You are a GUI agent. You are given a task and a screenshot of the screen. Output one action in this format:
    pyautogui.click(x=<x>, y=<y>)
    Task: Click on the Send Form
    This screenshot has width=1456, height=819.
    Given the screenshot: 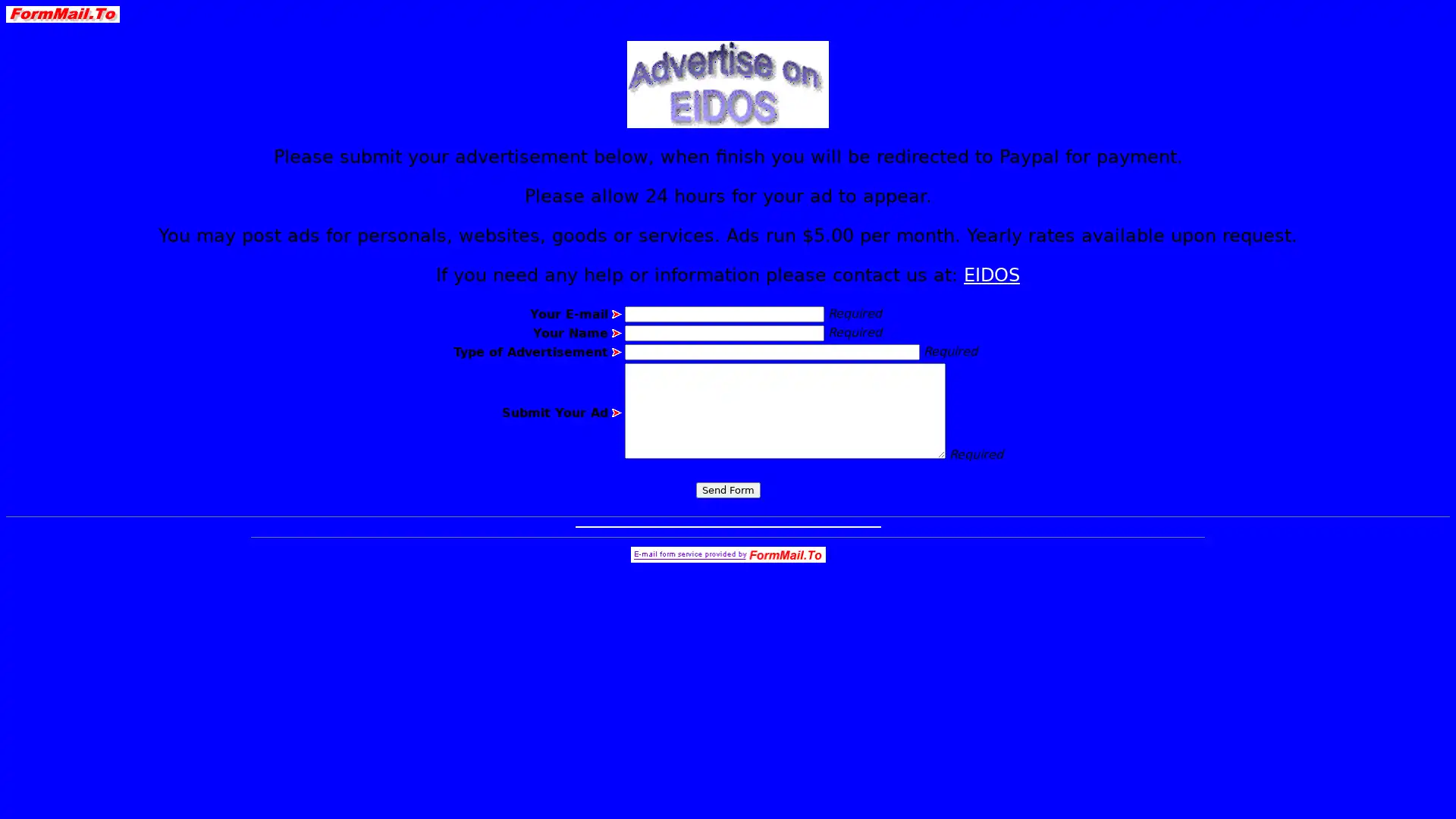 What is the action you would take?
    pyautogui.click(x=726, y=490)
    